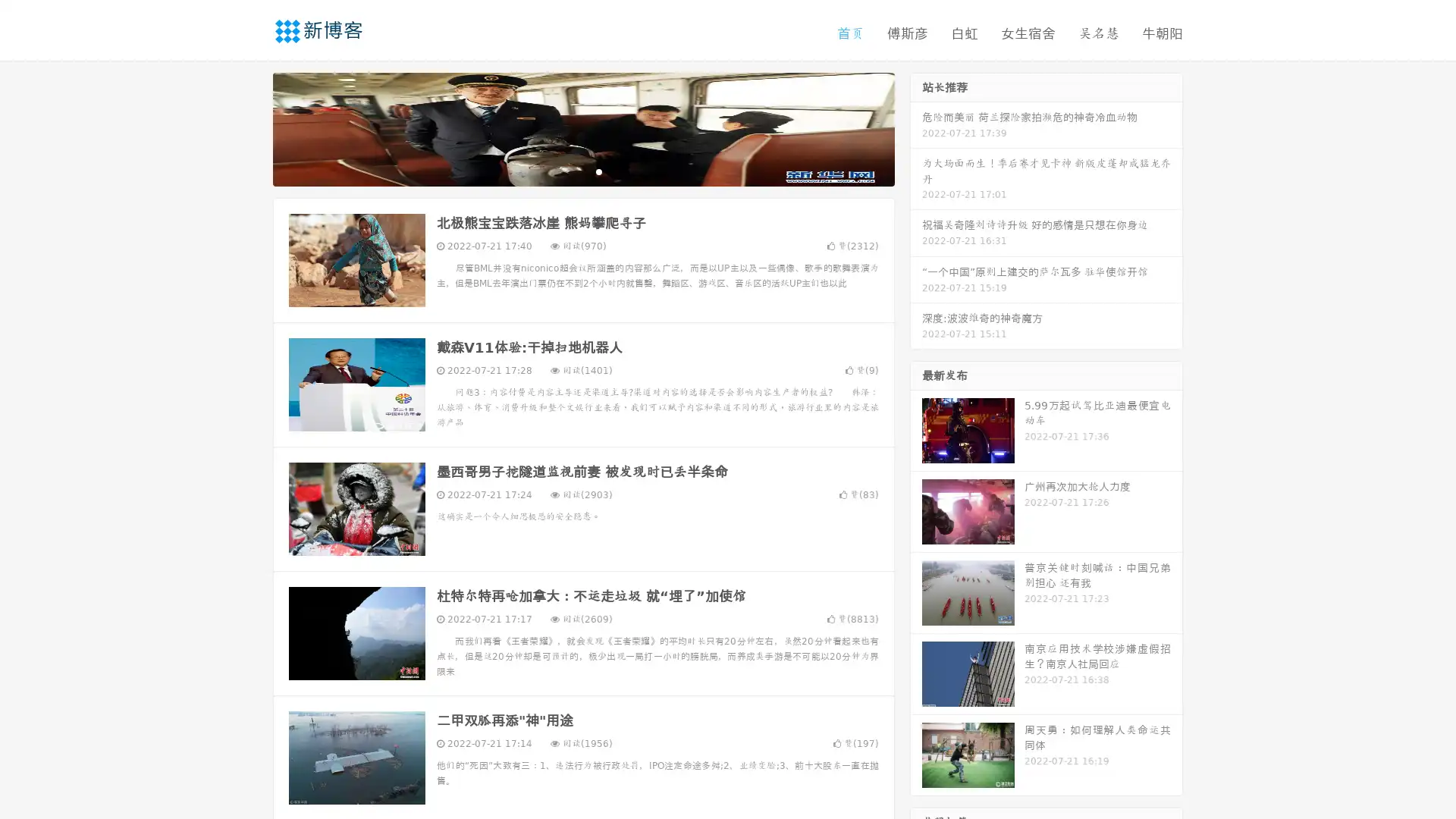 This screenshot has width=1456, height=819. Describe the element at coordinates (250, 127) in the screenshot. I see `Previous slide` at that location.